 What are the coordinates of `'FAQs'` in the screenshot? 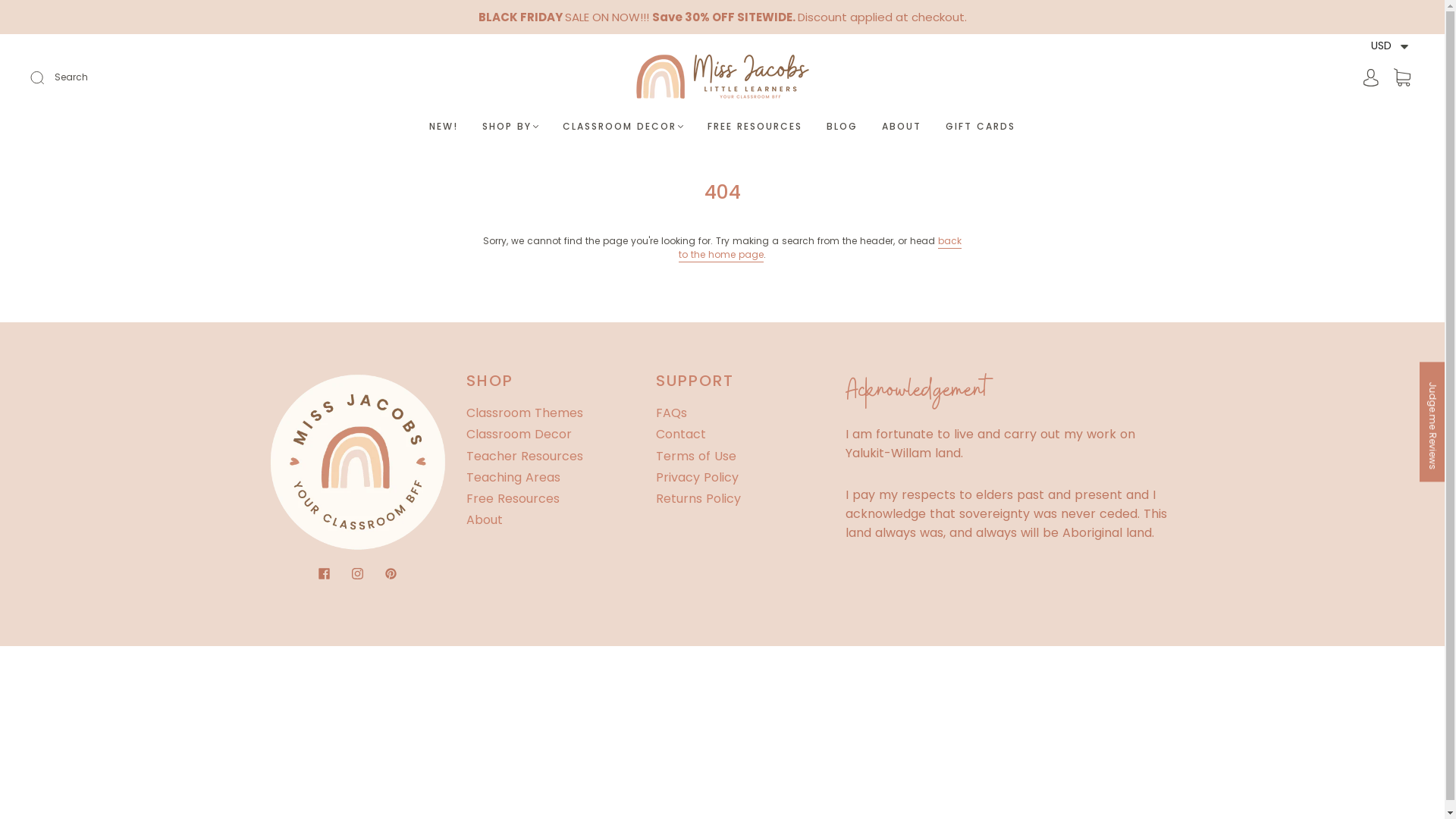 It's located at (670, 413).